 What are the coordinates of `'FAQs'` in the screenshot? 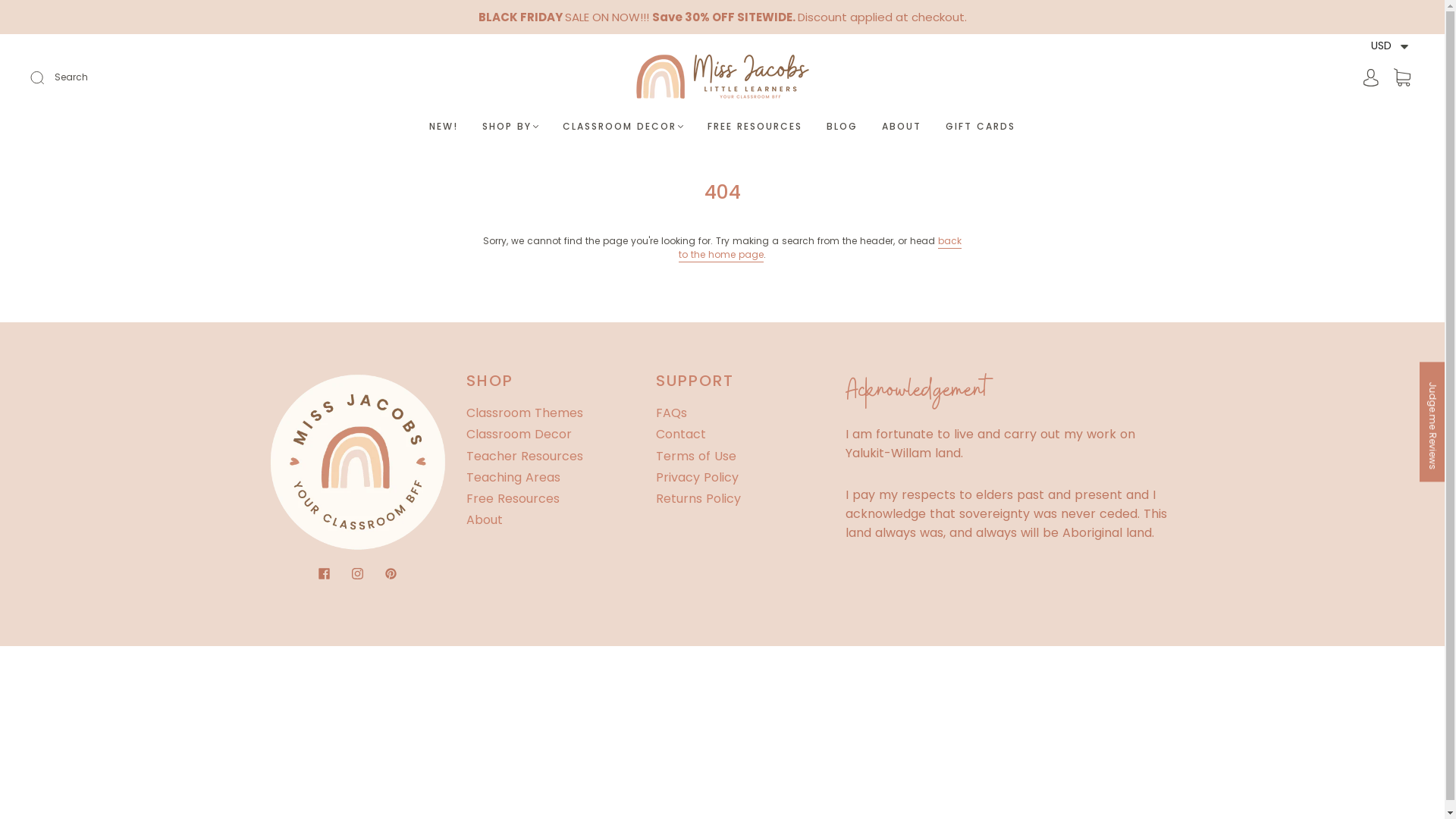 It's located at (670, 413).